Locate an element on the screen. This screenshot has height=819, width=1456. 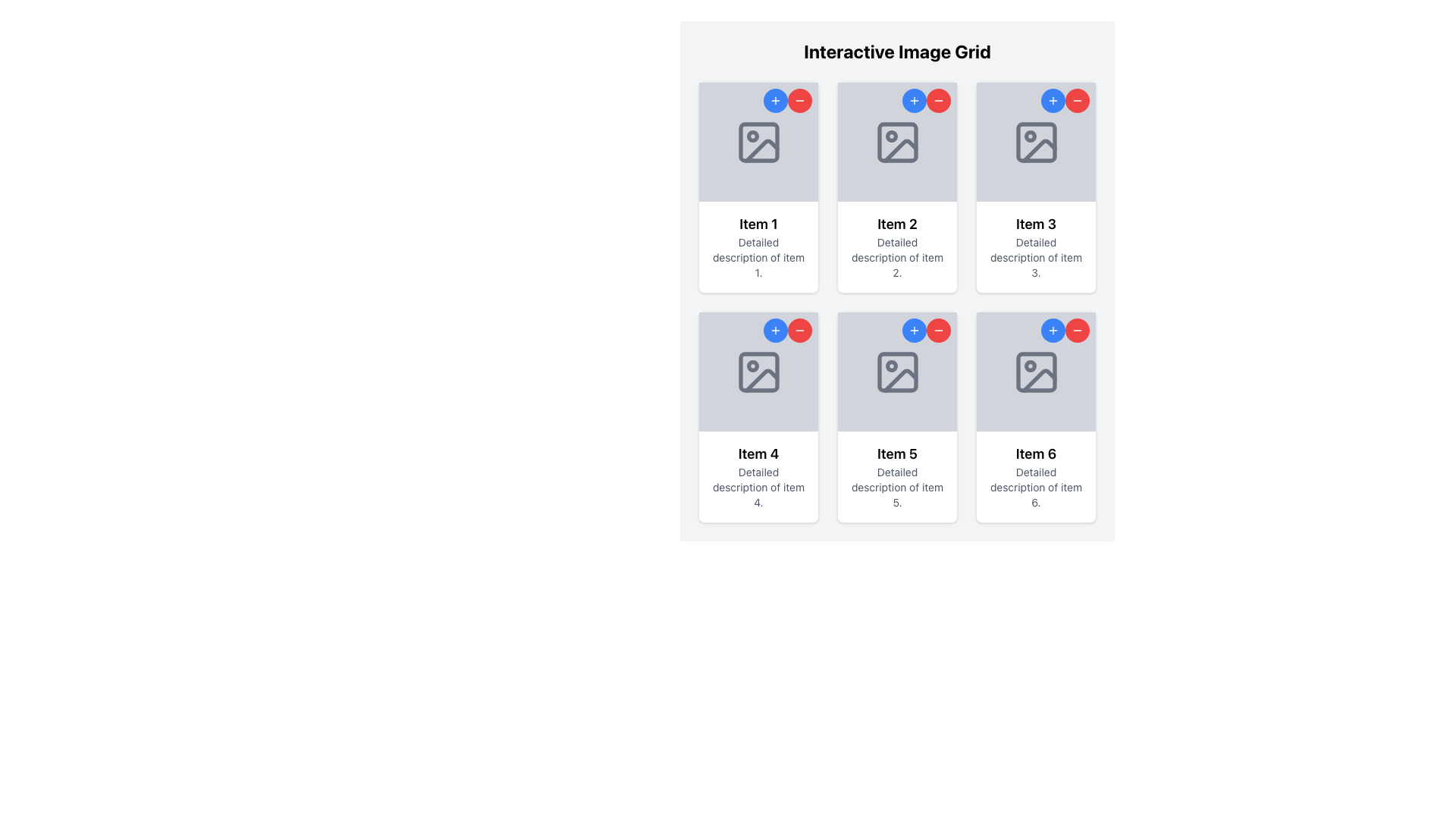
the remove icon located in the top-right corner of the card labeled 'Item 5', which is part of a red button is located at coordinates (938, 329).